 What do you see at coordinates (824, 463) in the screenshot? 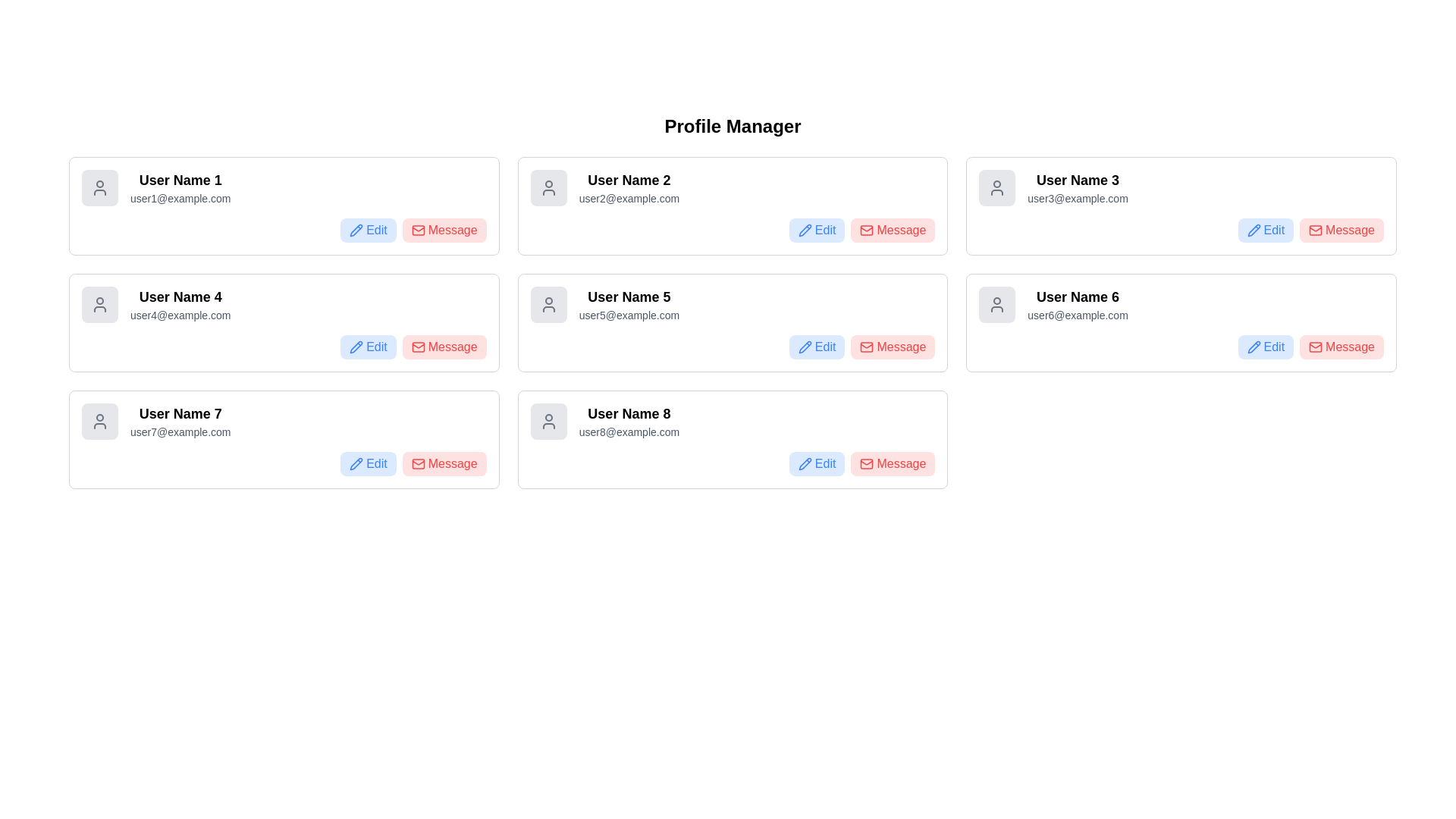
I see `the 'Edit' text label located at the bottom-right corner of the layout, which is associated with the profile card labeled 'User Name 8'` at bounding box center [824, 463].